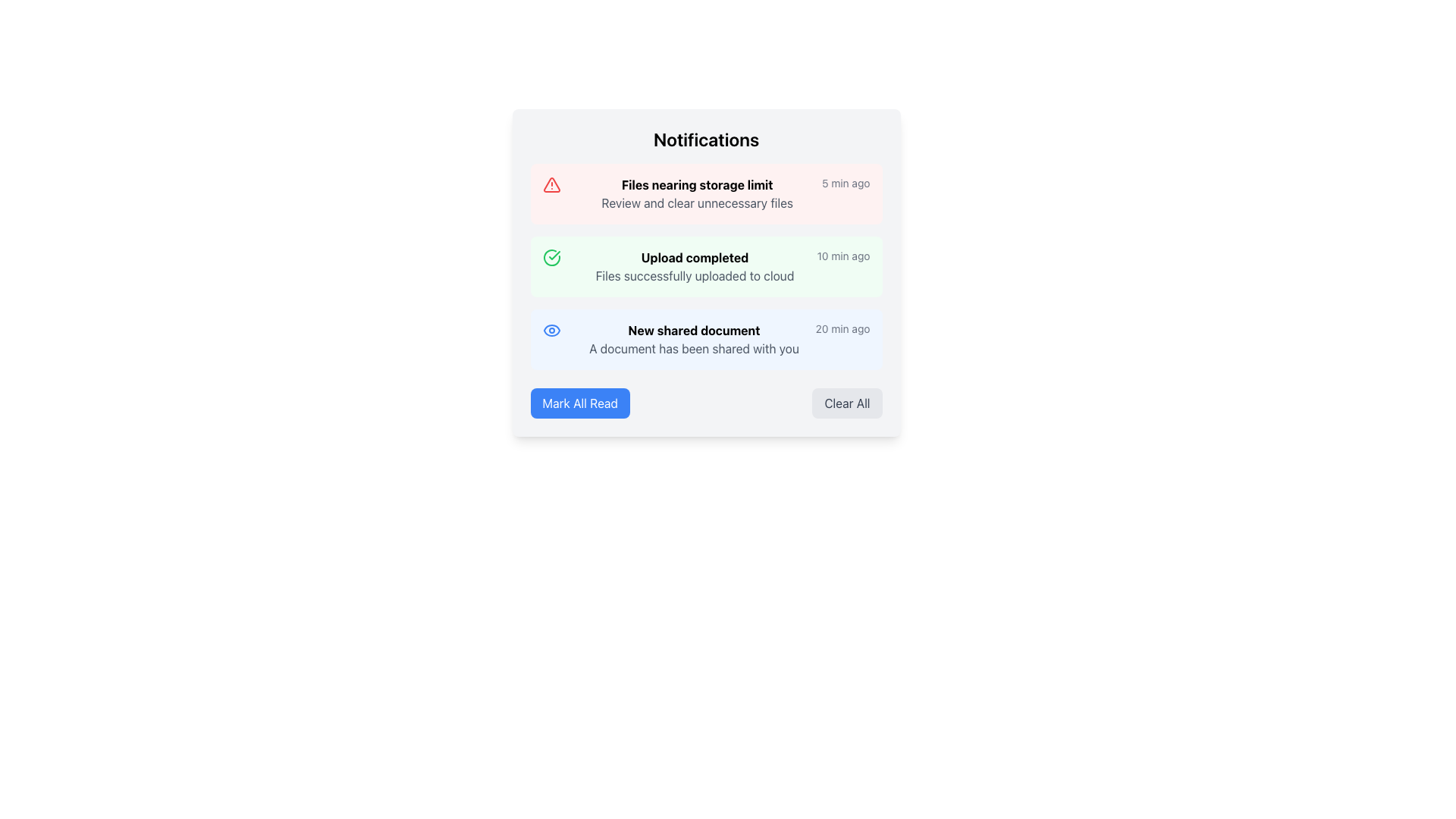 This screenshot has width=1456, height=819. I want to click on the title text label of the third notification card in the 'Notifications' list, which indicates the event or subject of the message, so click(693, 329).